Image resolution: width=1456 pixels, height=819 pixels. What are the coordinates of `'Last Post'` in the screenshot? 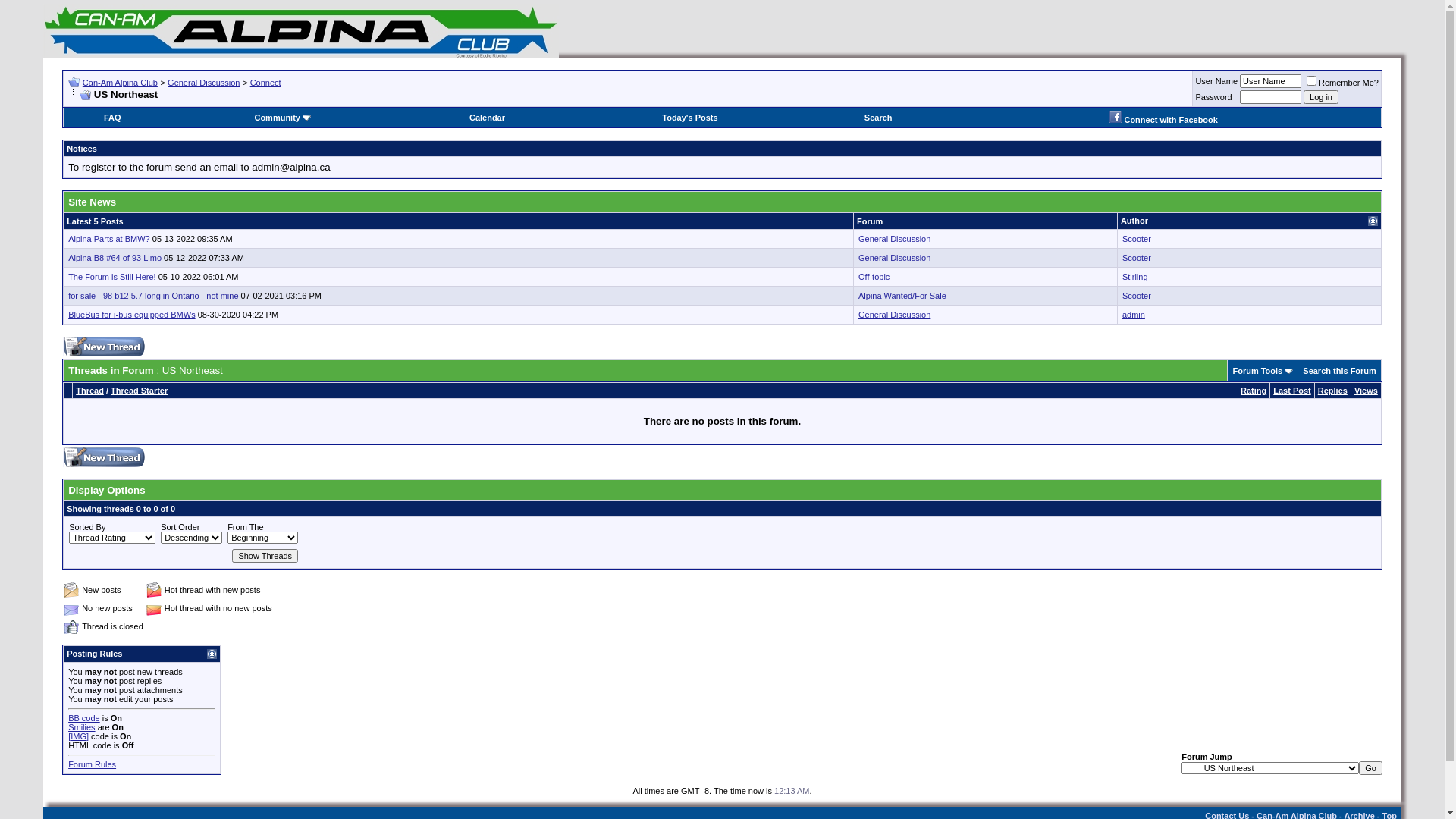 It's located at (1291, 390).